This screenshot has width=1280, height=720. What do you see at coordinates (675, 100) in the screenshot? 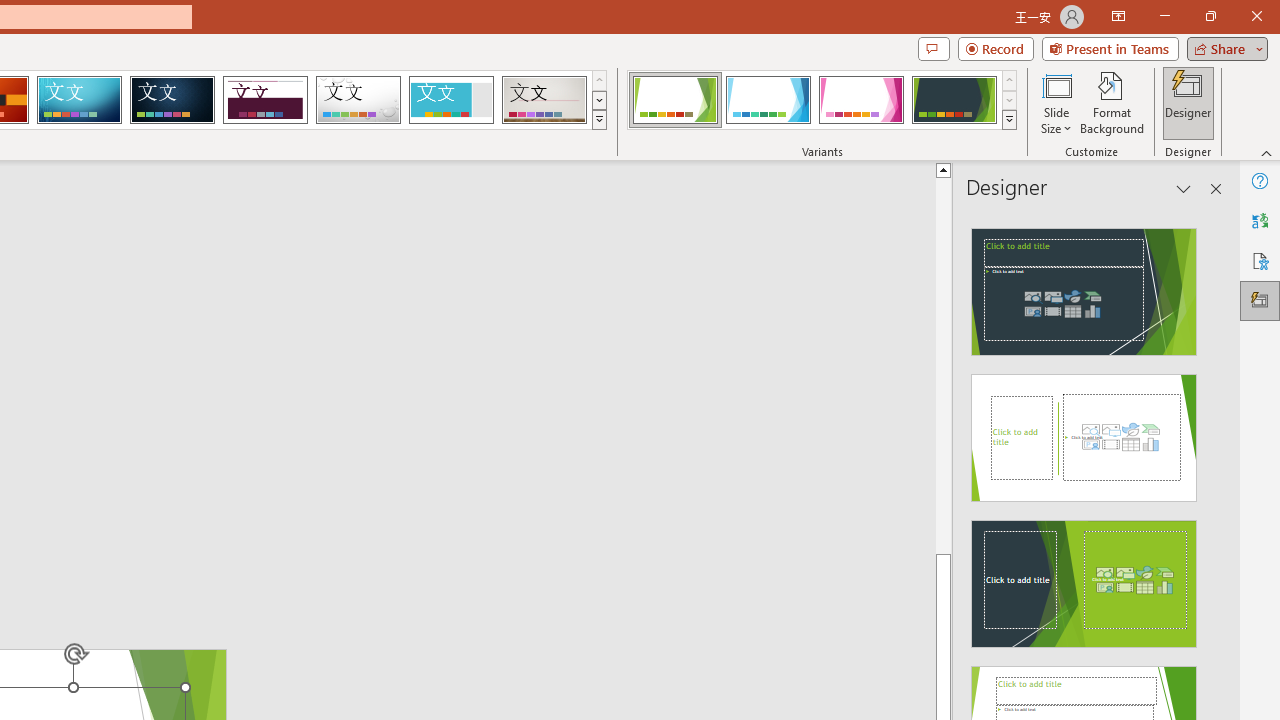
I see `'Facet Variant 1'` at bounding box center [675, 100].